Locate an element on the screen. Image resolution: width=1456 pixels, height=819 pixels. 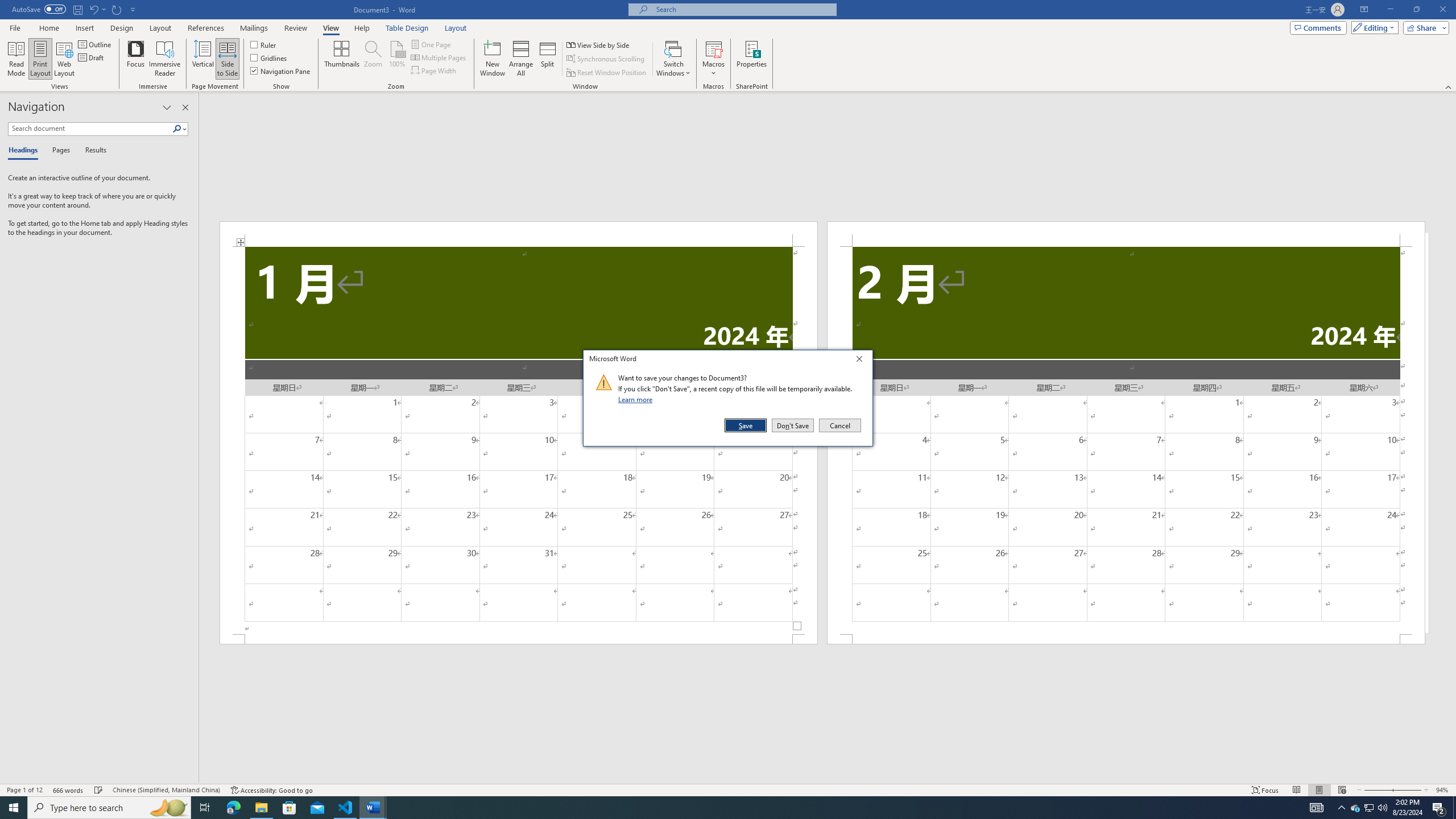
'100%' is located at coordinates (396, 59).